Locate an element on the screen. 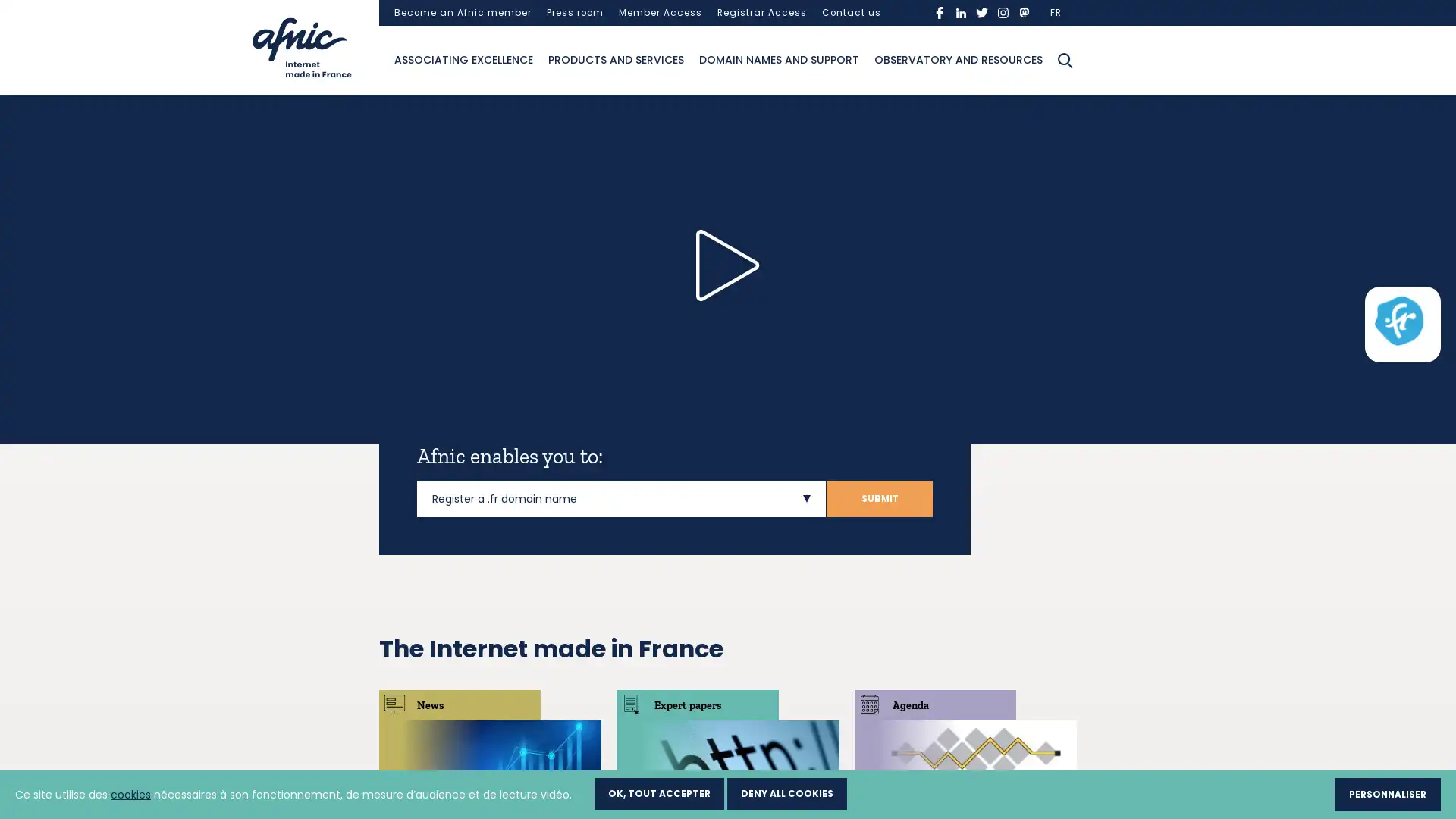 Image resolution: width=1456 pixels, height=819 pixels. OK, TOUT ACCEPTER is located at coordinates (659, 792).